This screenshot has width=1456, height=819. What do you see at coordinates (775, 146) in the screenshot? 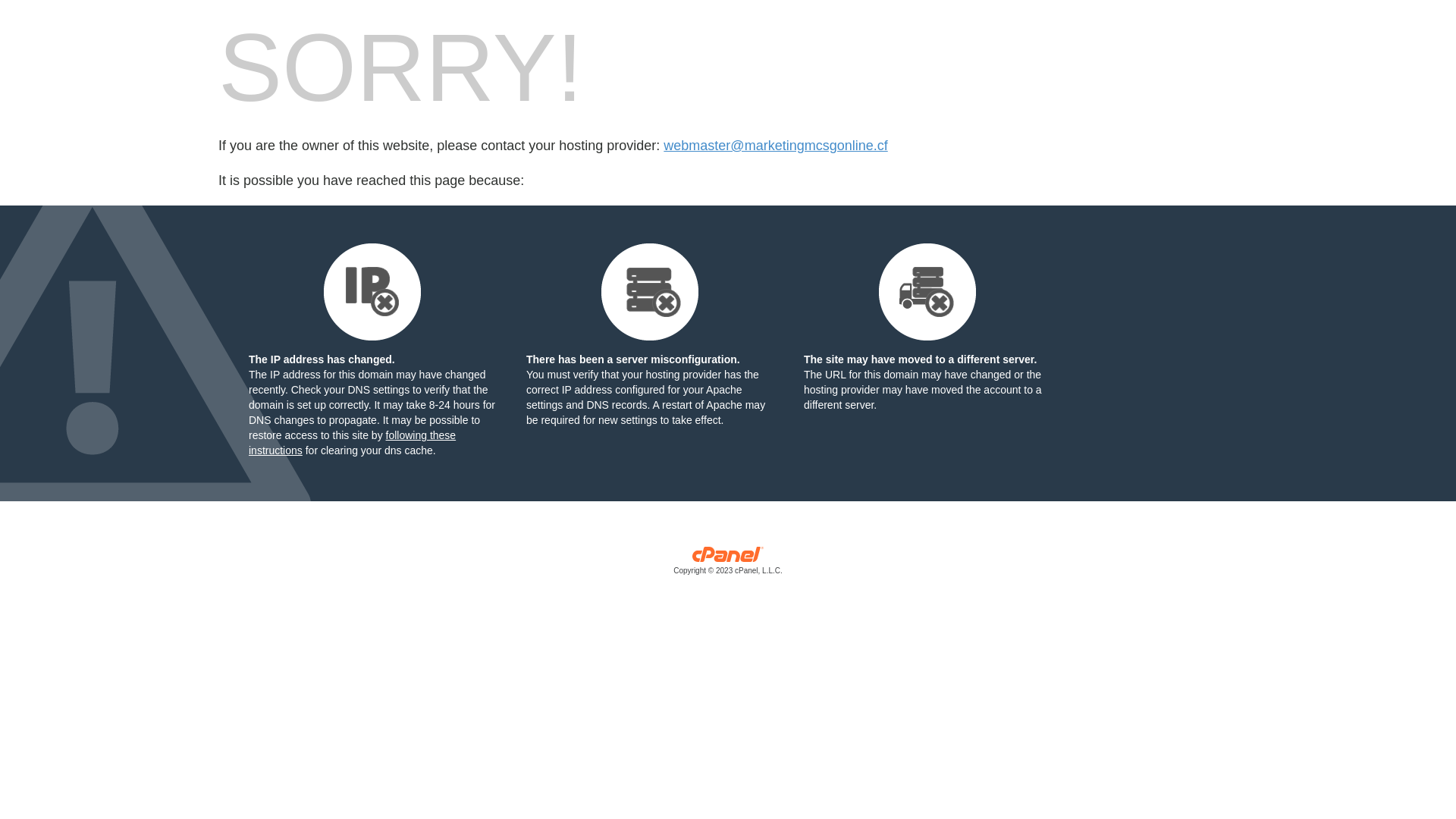
I see `'webmaster@marketingmcsgonline.cf'` at bounding box center [775, 146].